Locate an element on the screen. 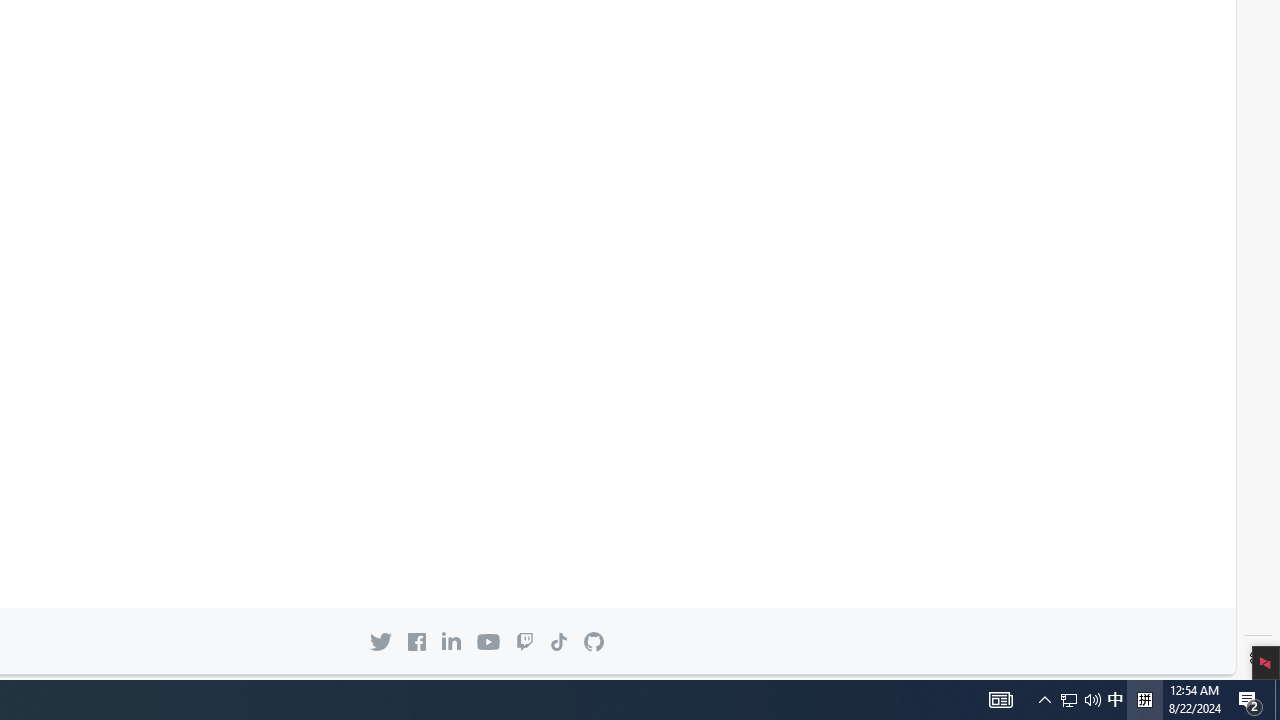 The width and height of the screenshot is (1280, 720). 'GitHub on Twitch' is located at coordinates (524, 641).